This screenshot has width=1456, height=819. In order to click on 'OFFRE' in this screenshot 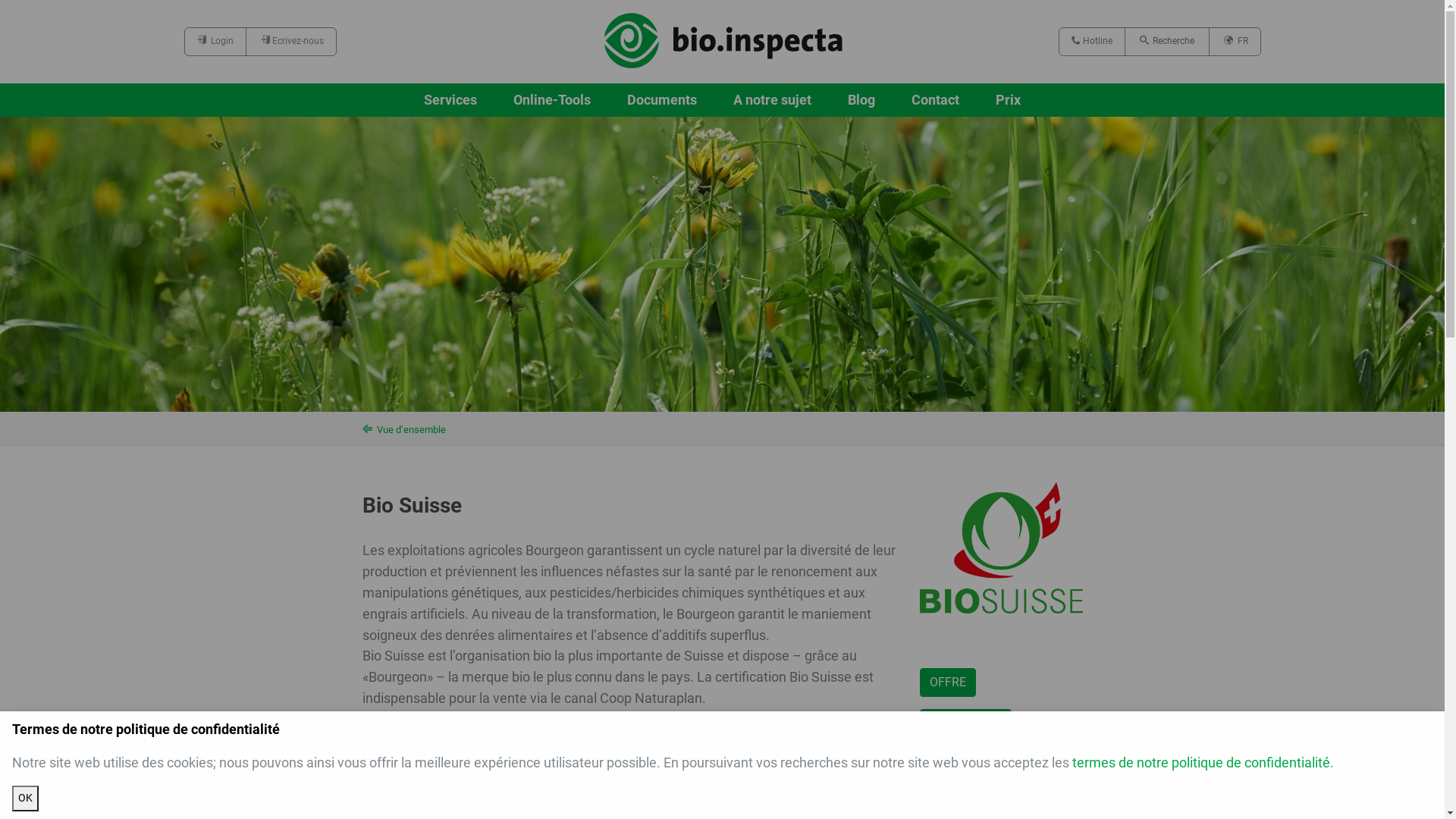, I will do `click(918, 681)`.